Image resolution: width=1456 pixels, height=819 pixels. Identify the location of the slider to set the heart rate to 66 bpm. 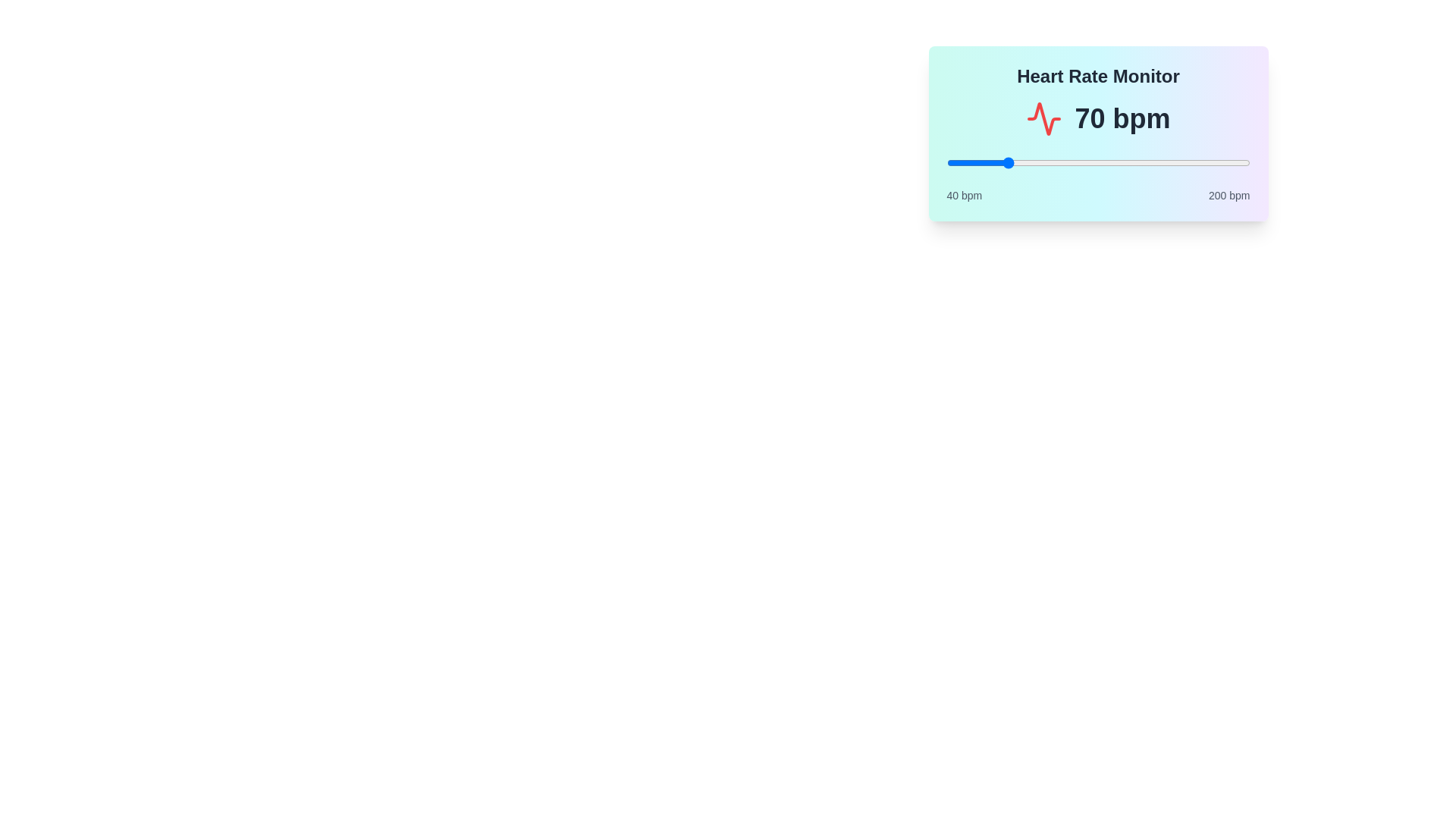
(996, 163).